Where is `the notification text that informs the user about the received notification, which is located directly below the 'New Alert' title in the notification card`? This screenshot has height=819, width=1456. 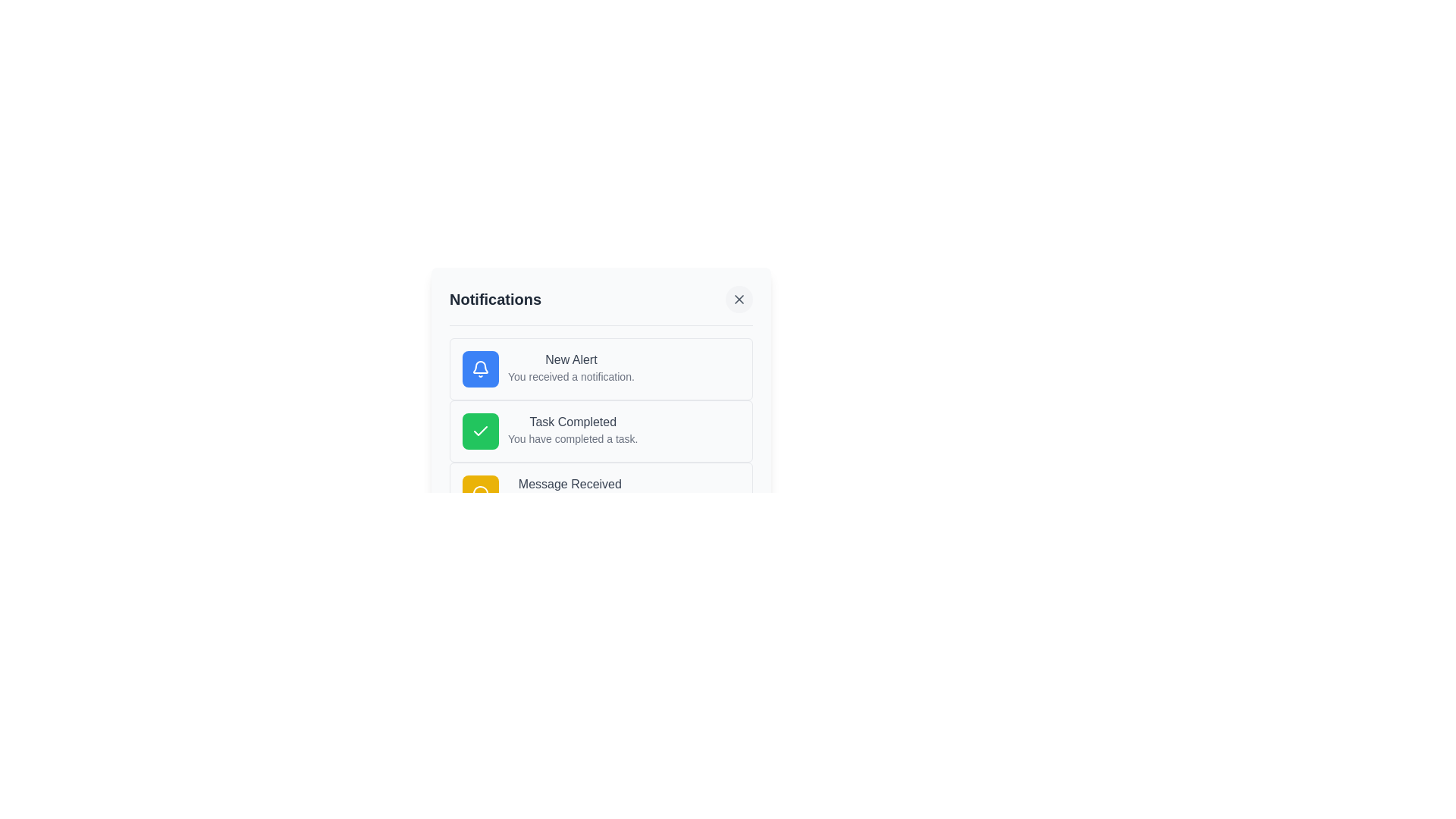
the notification text that informs the user about the received notification, which is located directly below the 'New Alert' title in the notification card is located at coordinates (570, 376).